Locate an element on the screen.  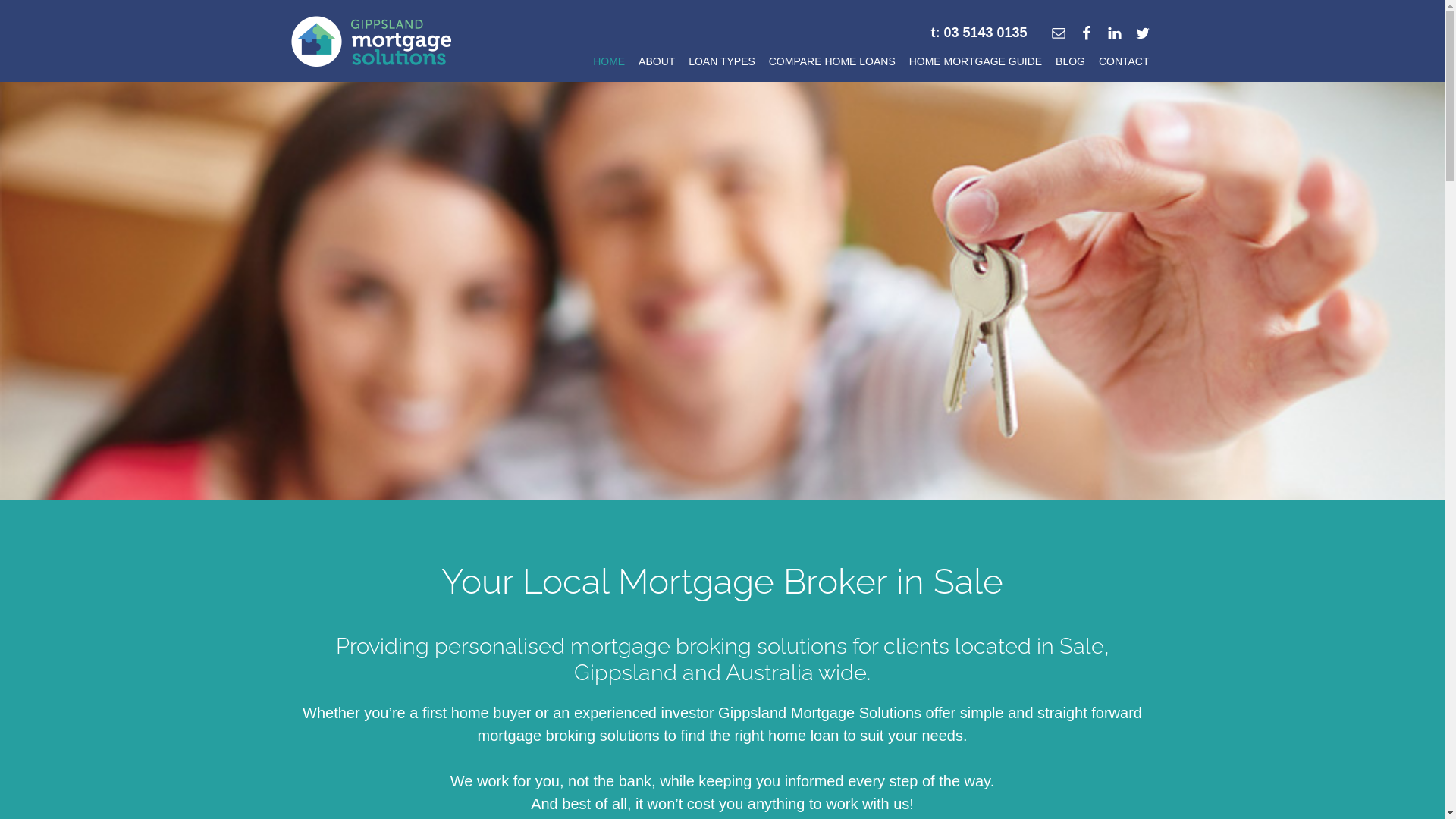
'COMPARE HOME LOANS' is located at coordinates (764, 64).